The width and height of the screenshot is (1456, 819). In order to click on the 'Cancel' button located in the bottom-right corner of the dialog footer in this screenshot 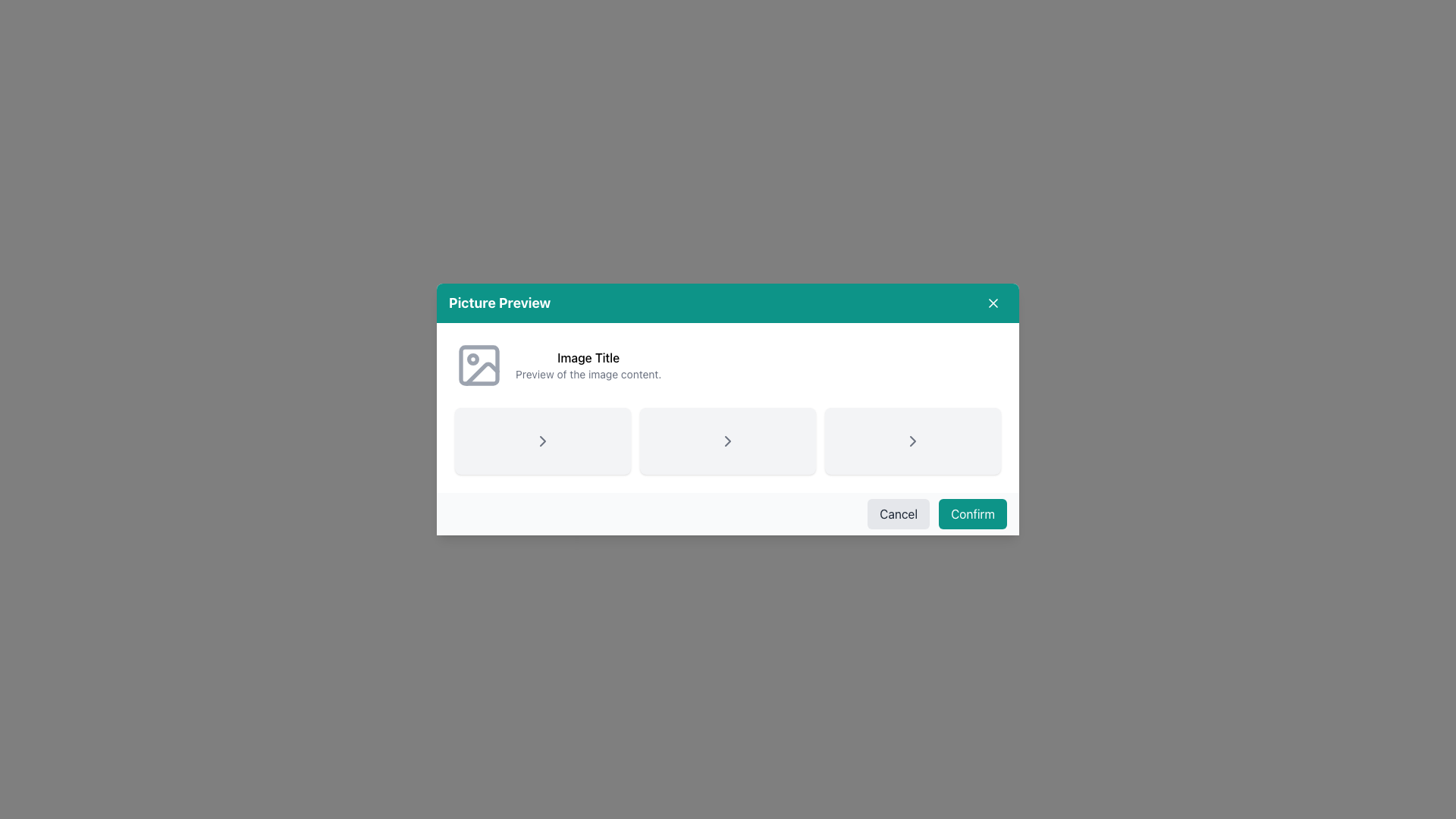, I will do `click(899, 513)`.